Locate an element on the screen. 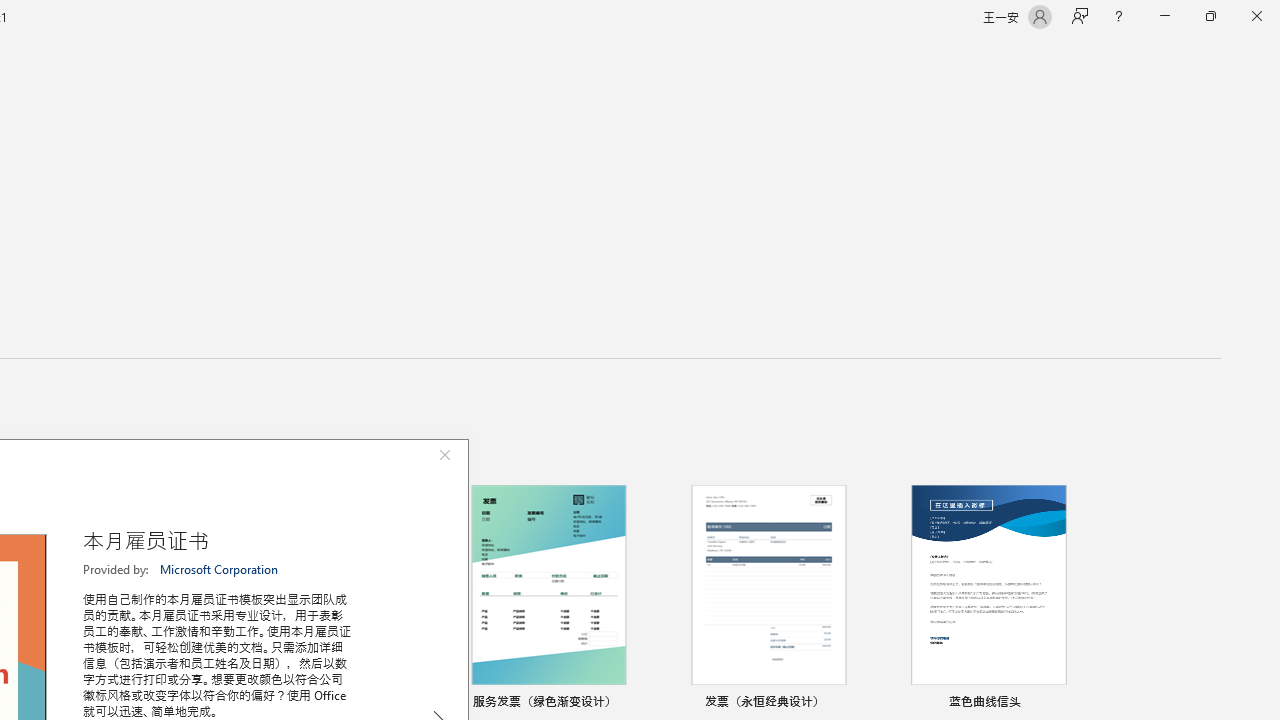 Image resolution: width=1280 pixels, height=720 pixels. 'Pin to list' is located at coordinates (1074, 702).